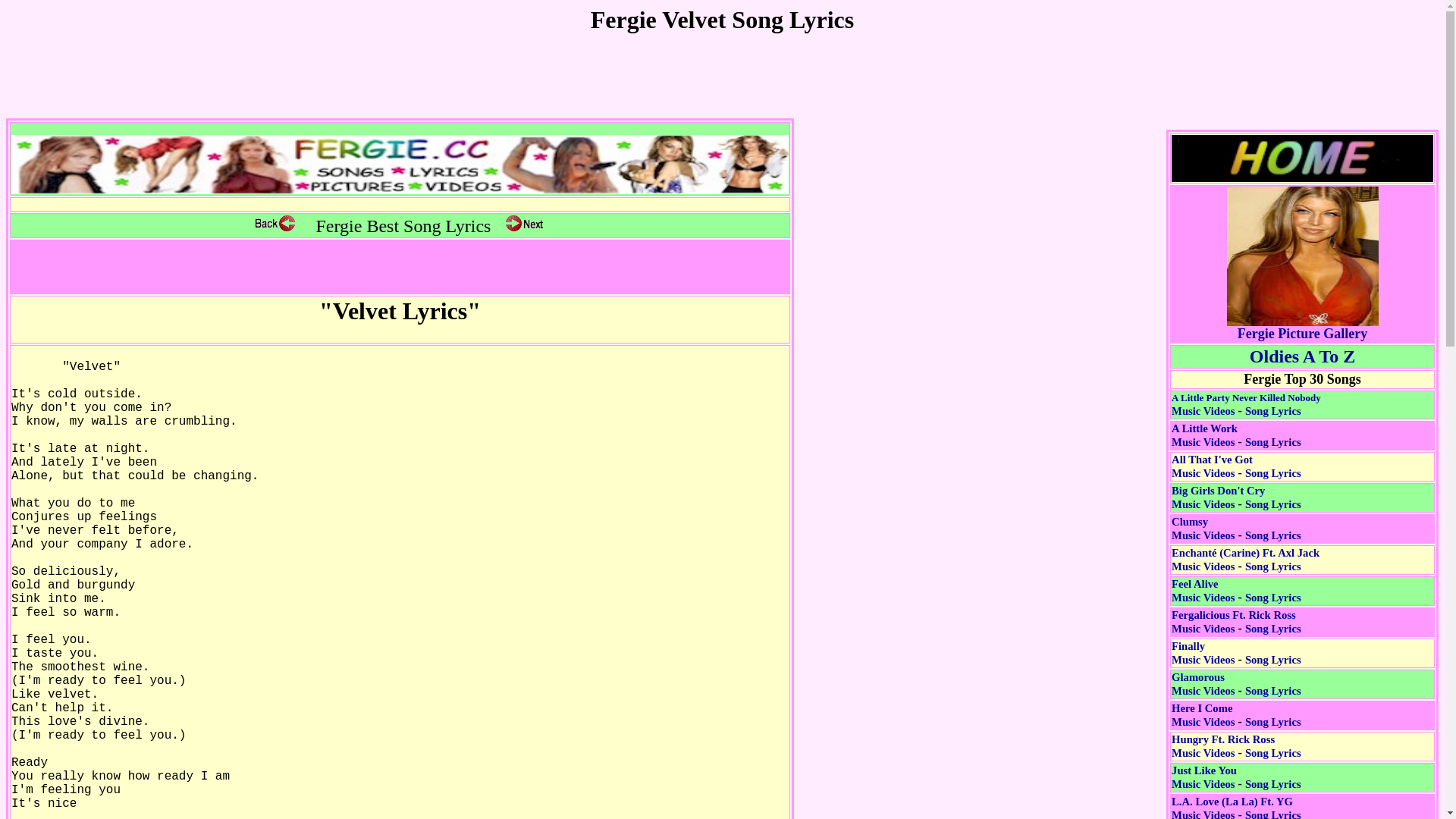 The image size is (1456, 819). Describe the element at coordinates (1202, 714) in the screenshot. I see `'Here I Come` at that location.